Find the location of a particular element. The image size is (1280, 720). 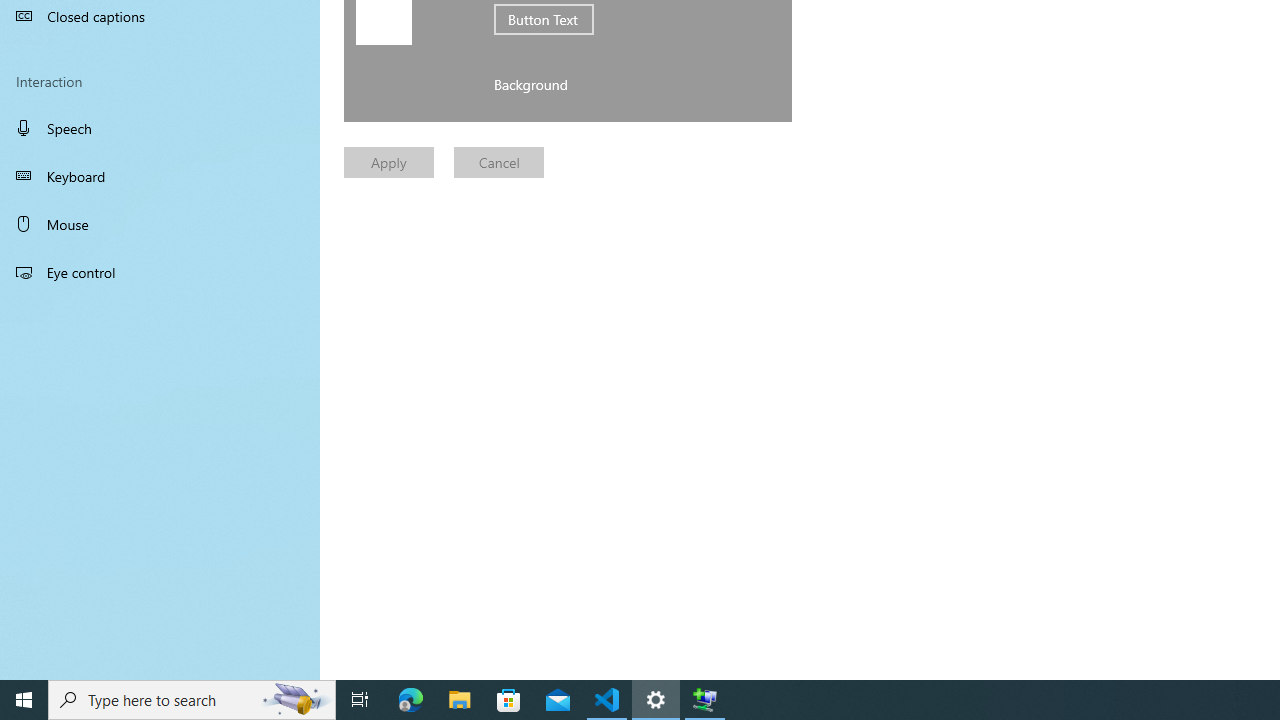

'Extensible Wizards Host Process - 1 running window' is located at coordinates (705, 698).